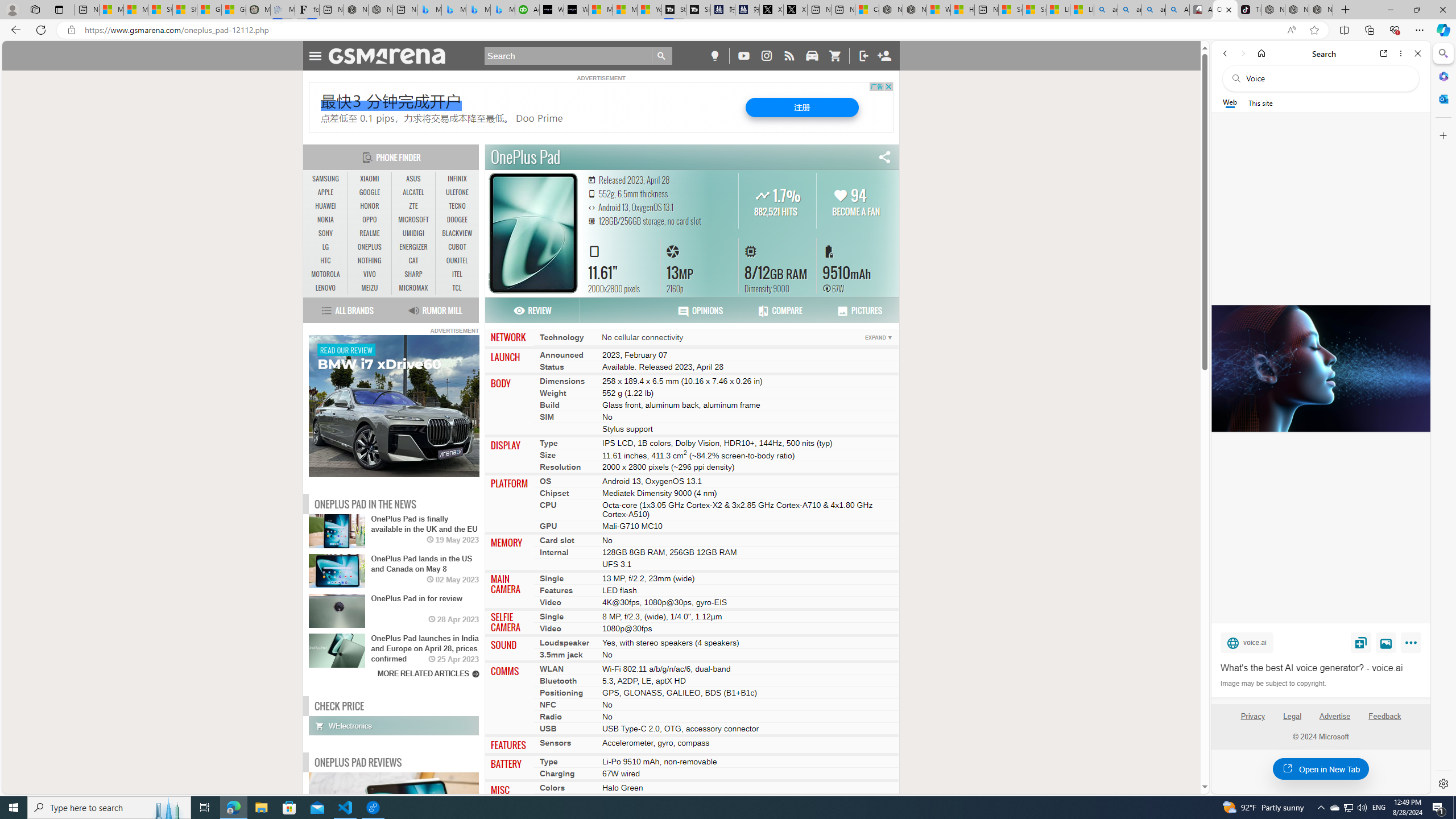 This screenshot has height=819, width=1456. What do you see at coordinates (914, 9) in the screenshot?
I see `'Nordace - Summer Adventures 2024'` at bounding box center [914, 9].